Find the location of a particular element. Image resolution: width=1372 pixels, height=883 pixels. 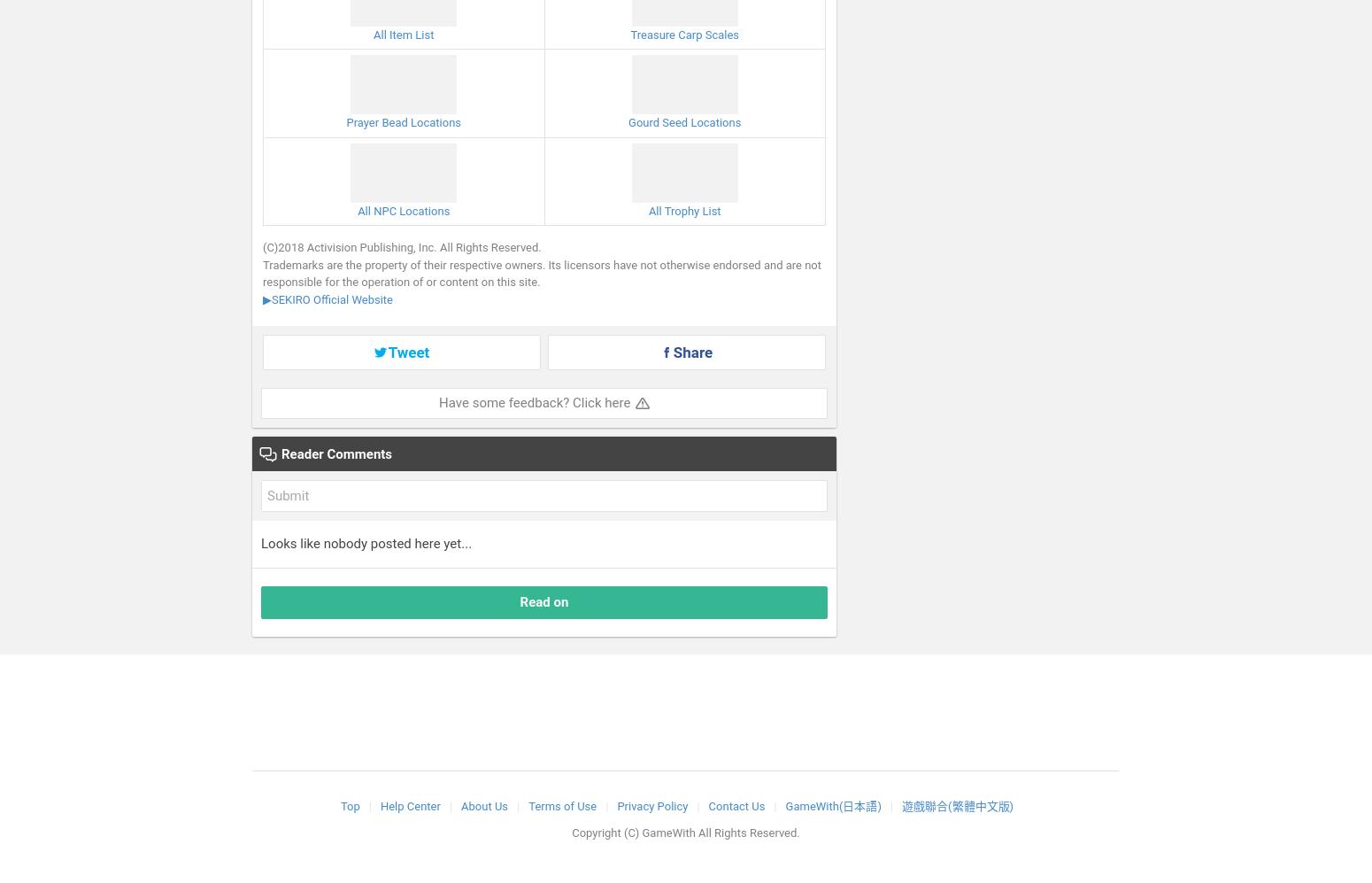

'Read on' is located at coordinates (519, 600).